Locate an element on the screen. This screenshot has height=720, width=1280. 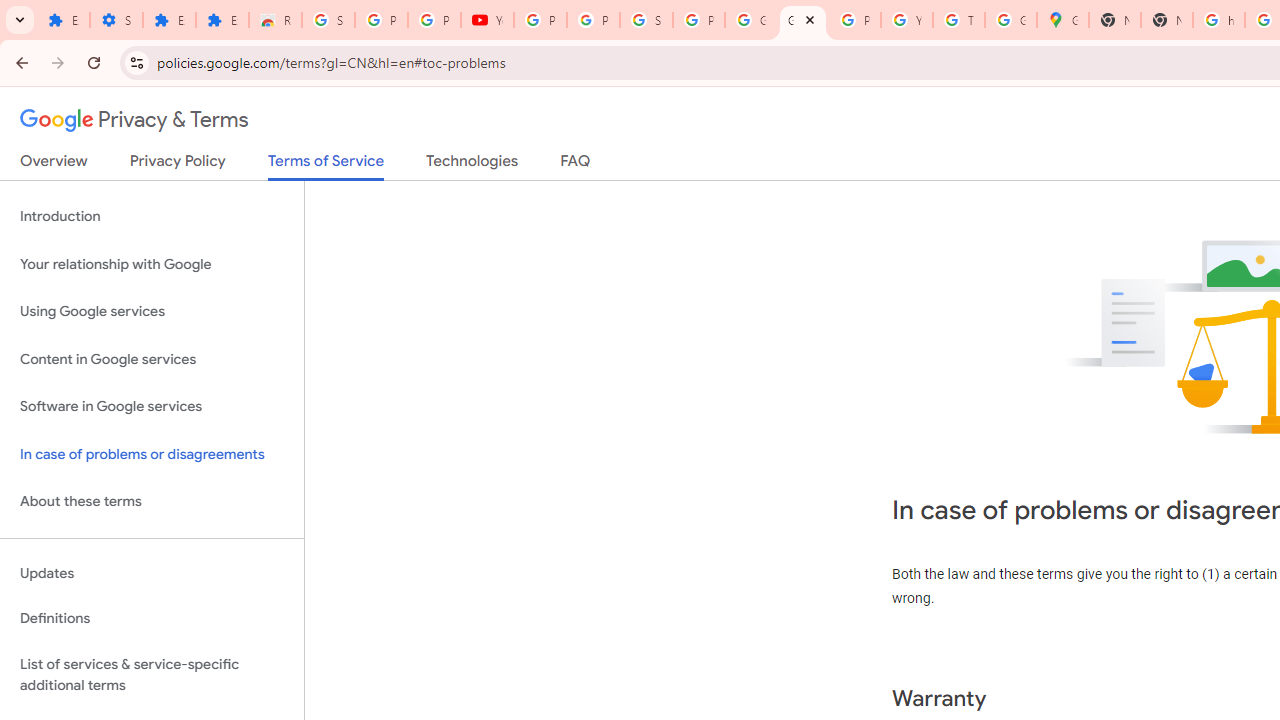
'Reviews: Helix Fruit Jump Arcade Game' is located at coordinates (274, 20).